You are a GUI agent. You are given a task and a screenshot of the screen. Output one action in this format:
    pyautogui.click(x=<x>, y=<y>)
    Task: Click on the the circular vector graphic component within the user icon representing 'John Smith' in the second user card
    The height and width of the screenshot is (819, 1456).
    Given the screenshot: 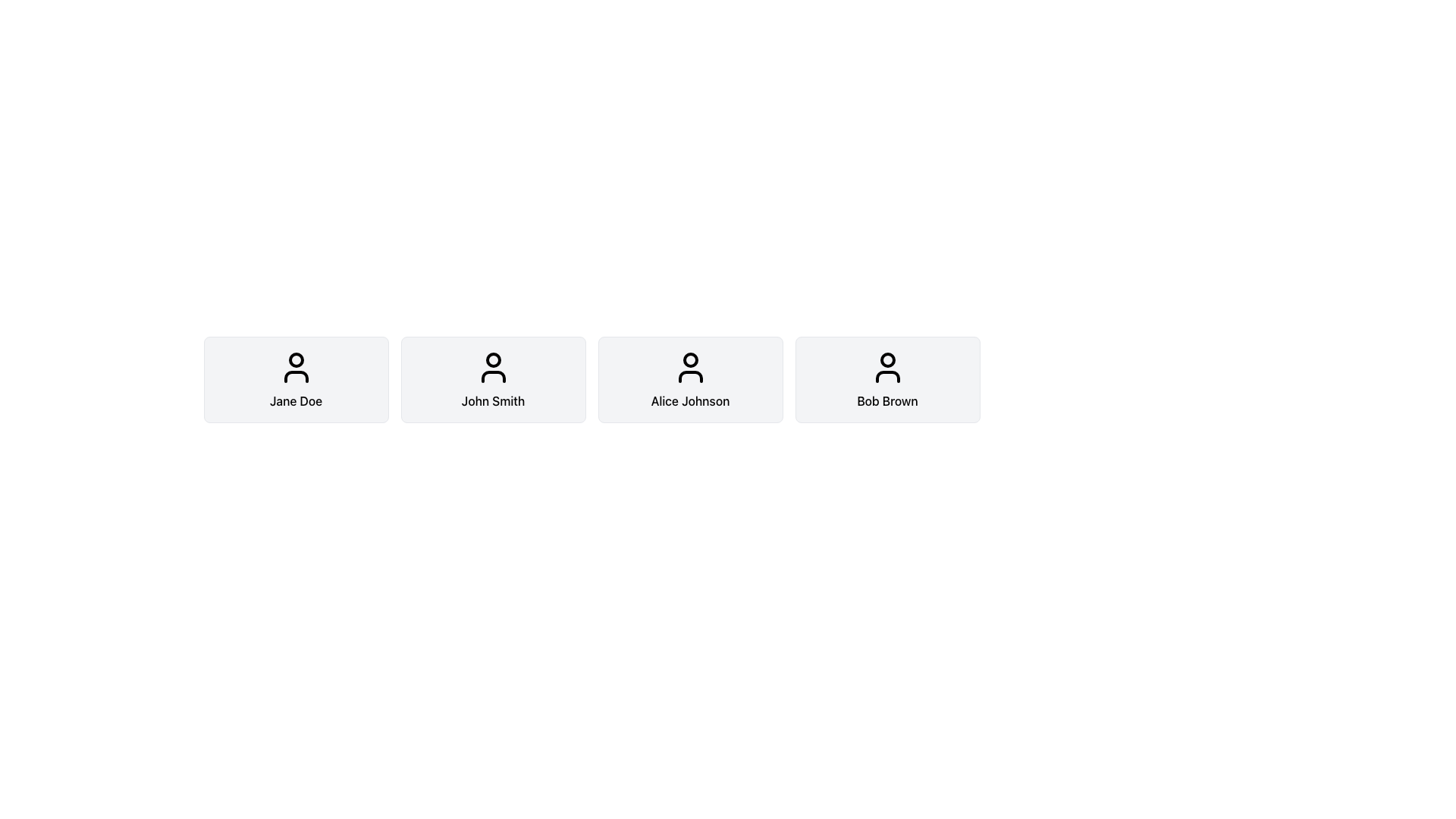 What is the action you would take?
    pyautogui.click(x=493, y=359)
    